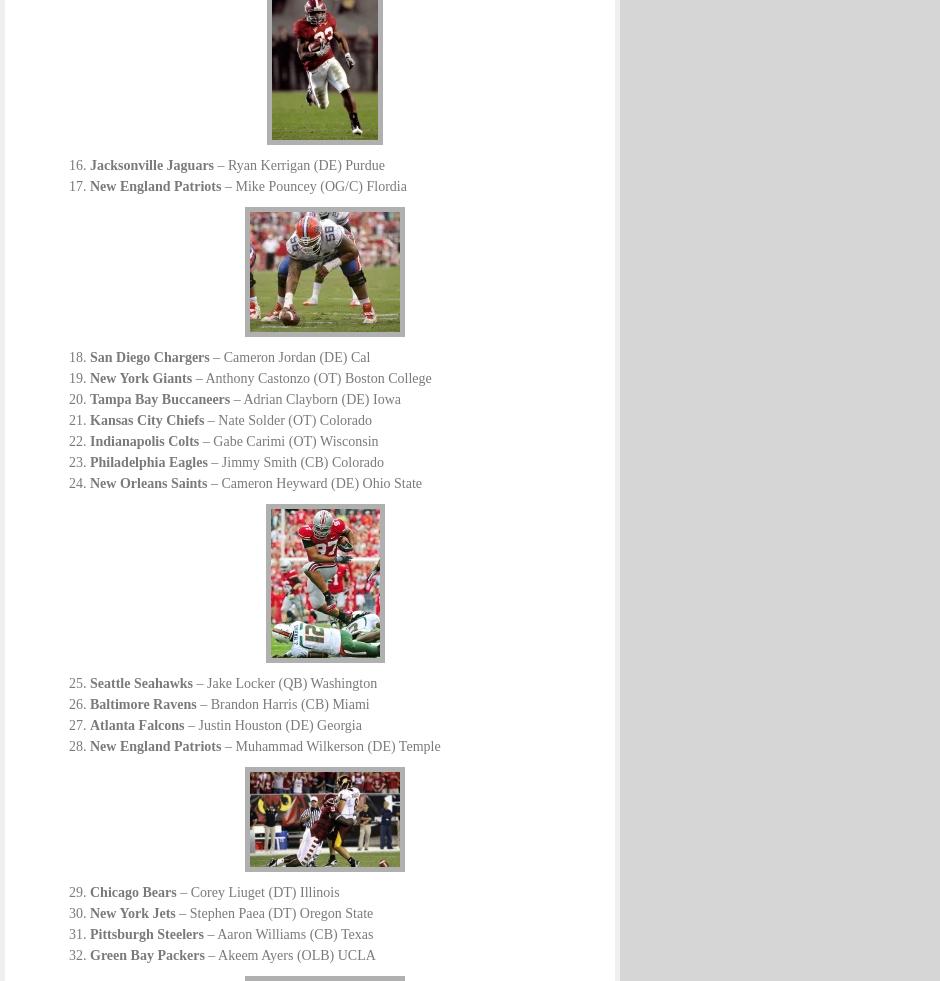 The image size is (940, 981). What do you see at coordinates (288, 356) in the screenshot?
I see `'– Cameron Jordan (DE) Cal'` at bounding box center [288, 356].